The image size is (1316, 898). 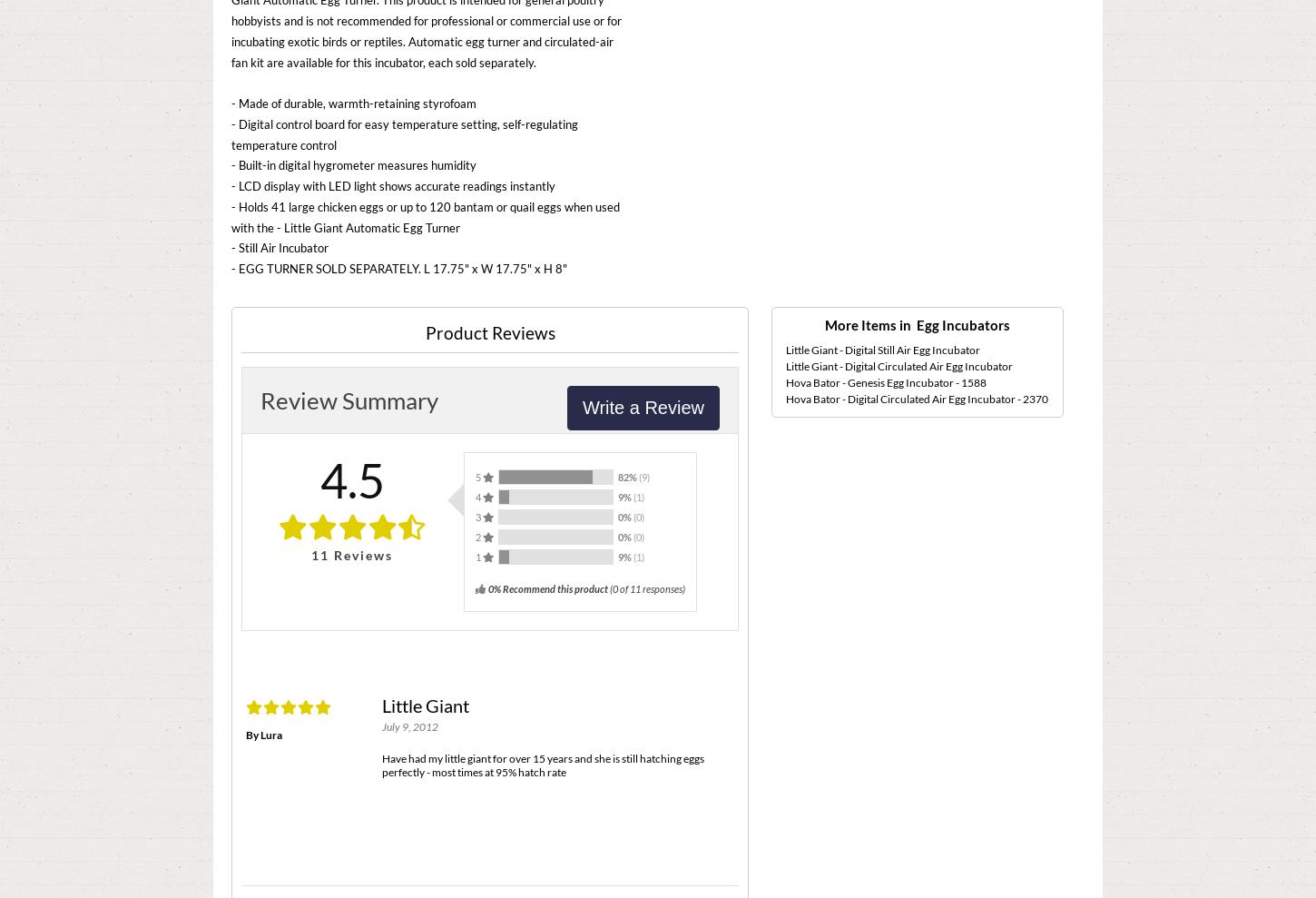 What do you see at coordinates (404, 133) in the screenshot?
I see `'- Digital control board for easy temperature setting, self-regulating temperature control'` at bounding box center [404, 133].